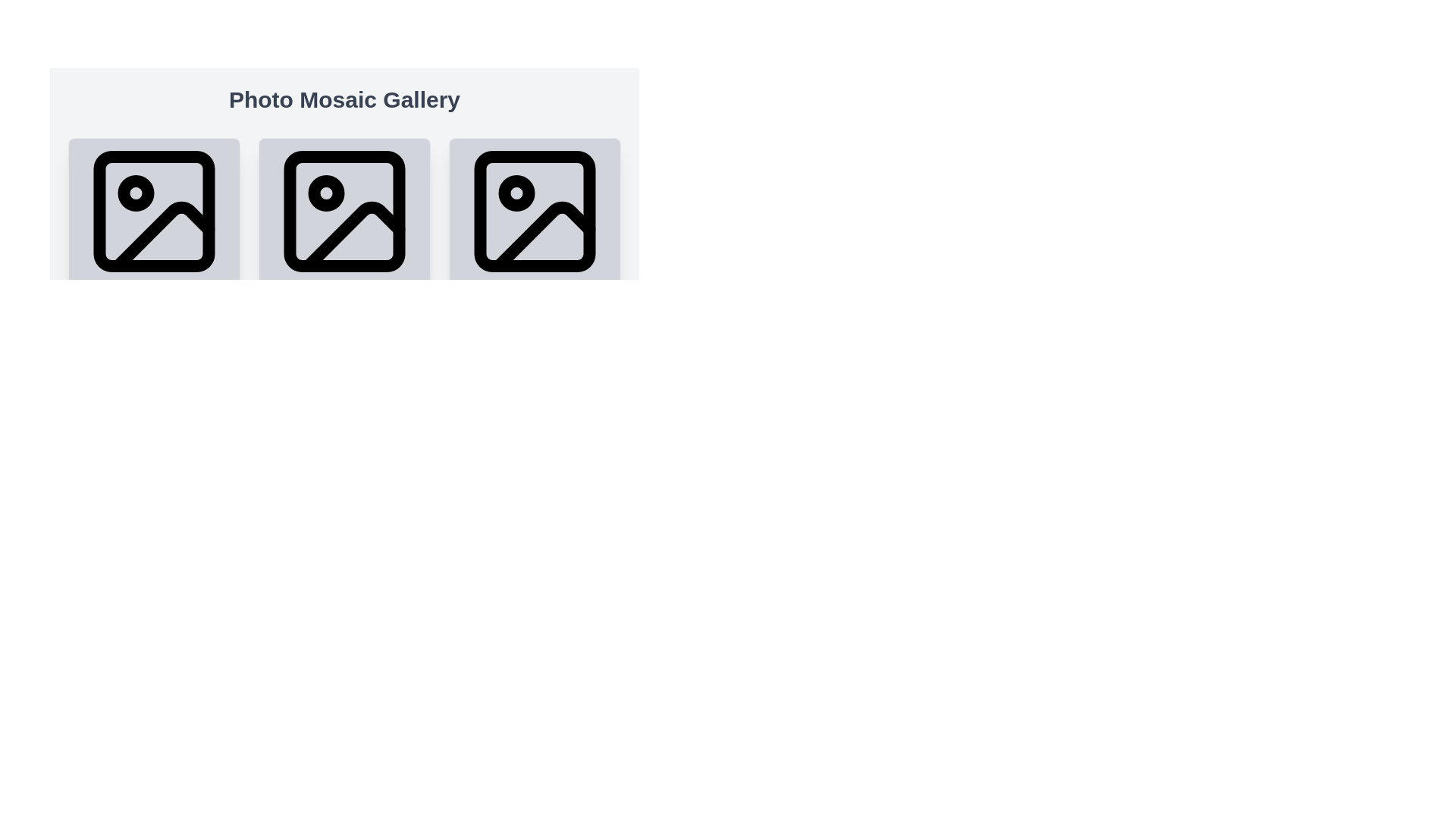 The height and width of the screenshot is (819, 1456). What do you see at coordinates (344, 211) in the screenshot?
I see `the small rectangle with rounded corners, filled with a light gray shade, located at the top-left corner of the image icon in the SVG` at bounding box center [344, 211].